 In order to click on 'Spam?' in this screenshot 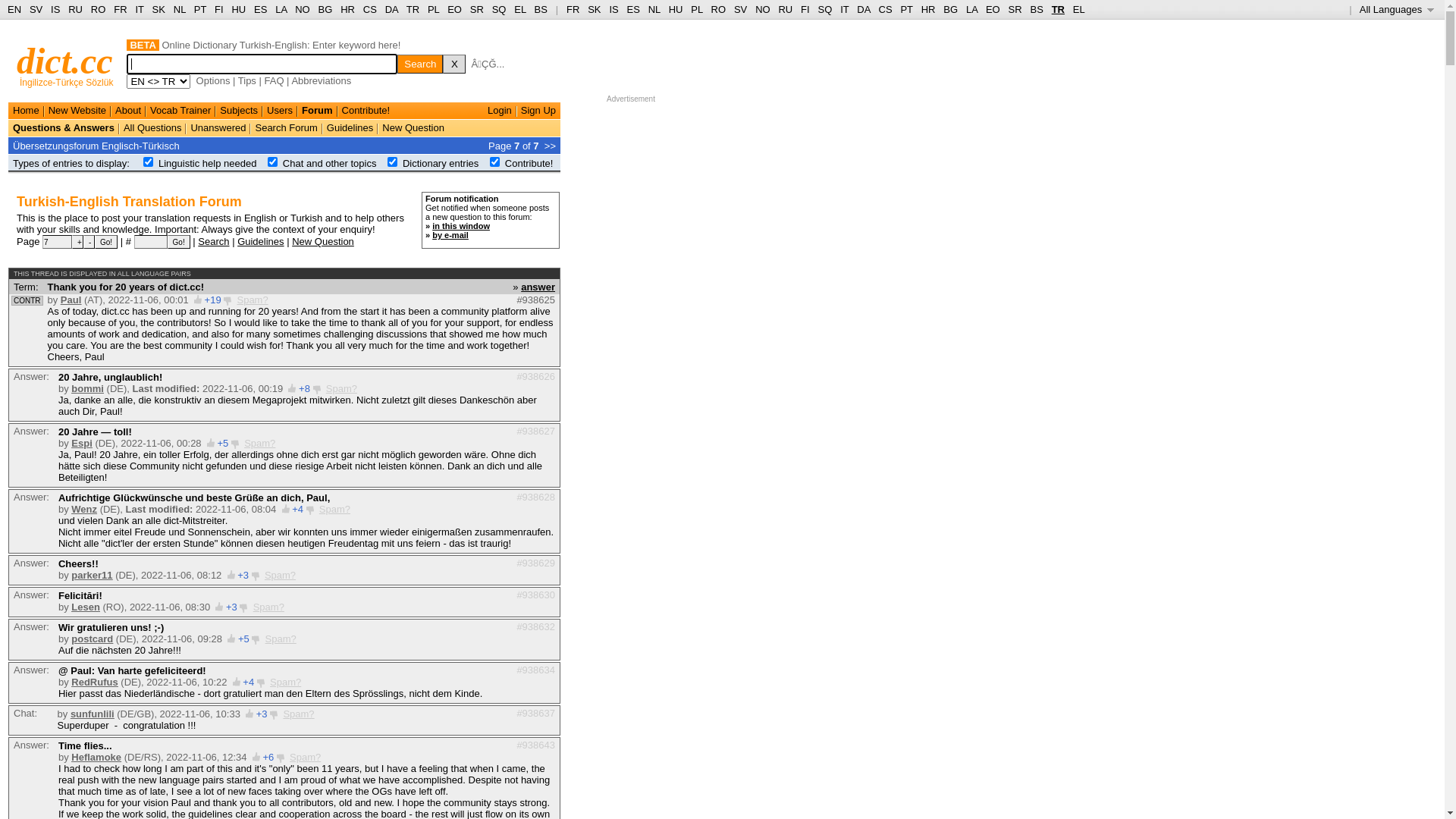, I will do `click(304, 757)`.